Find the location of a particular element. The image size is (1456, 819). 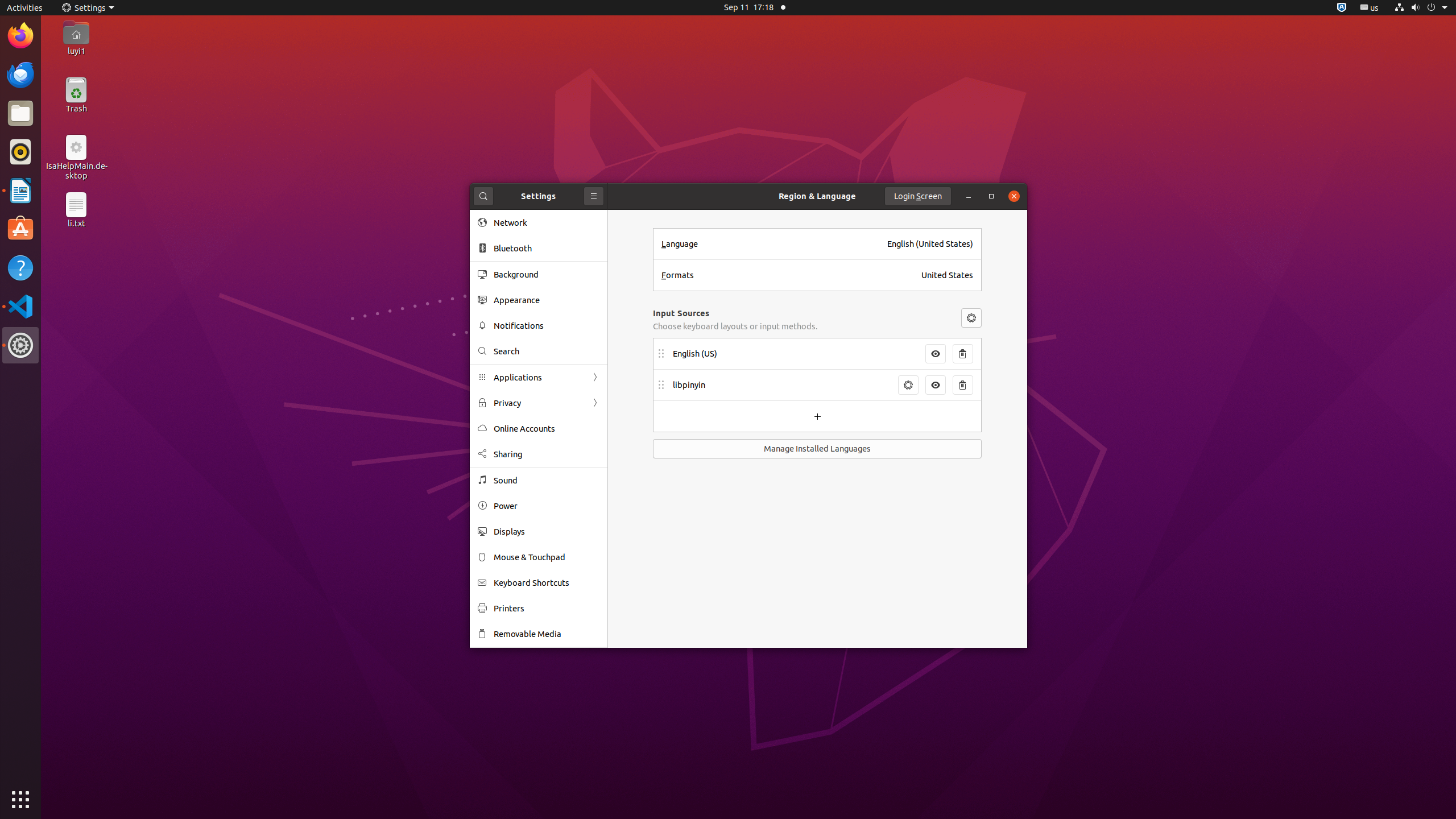

'Settings' is located at coordinates (88, 7).